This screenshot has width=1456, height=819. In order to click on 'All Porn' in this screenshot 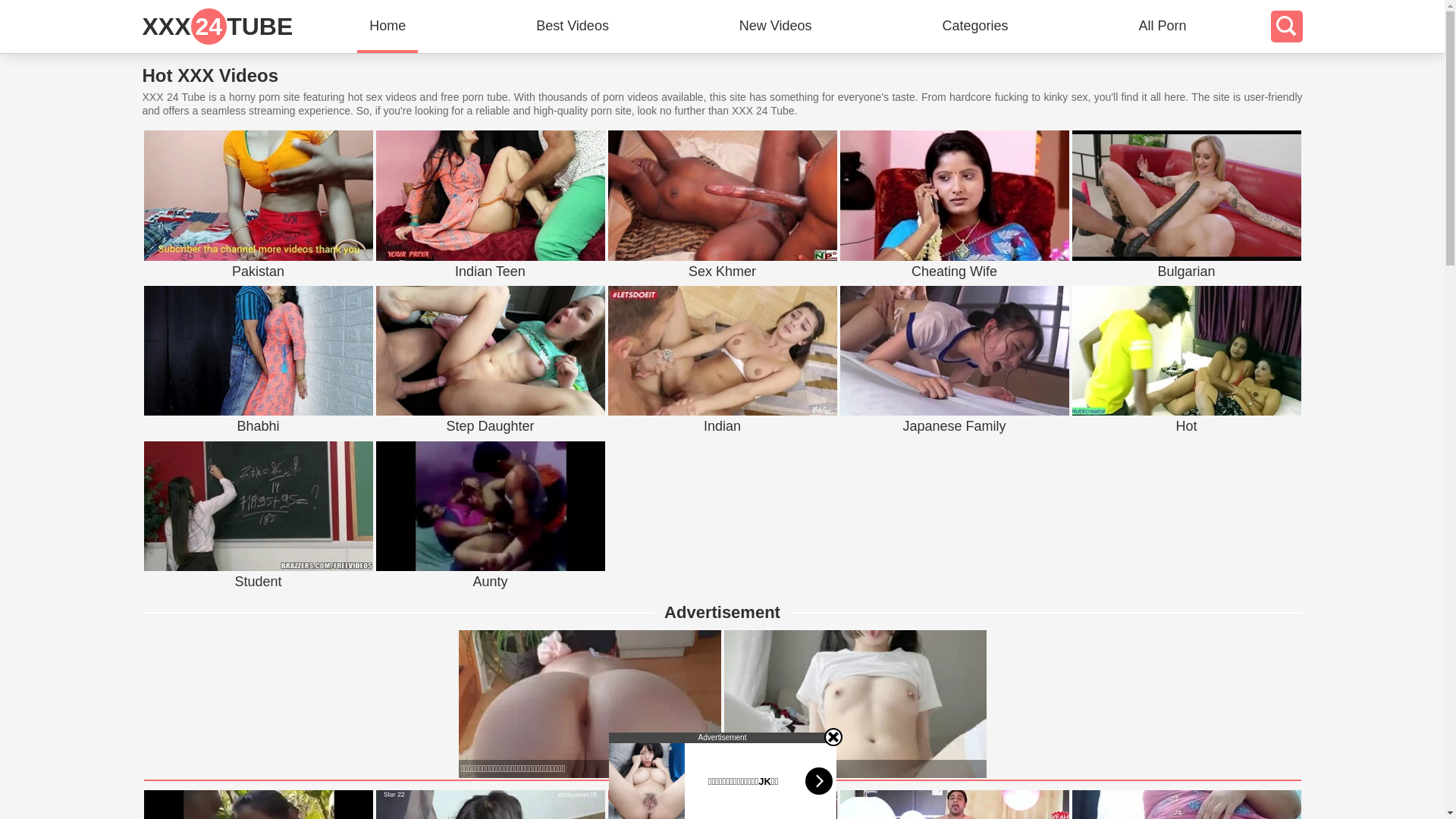, I will do `click(1161, 26)`.